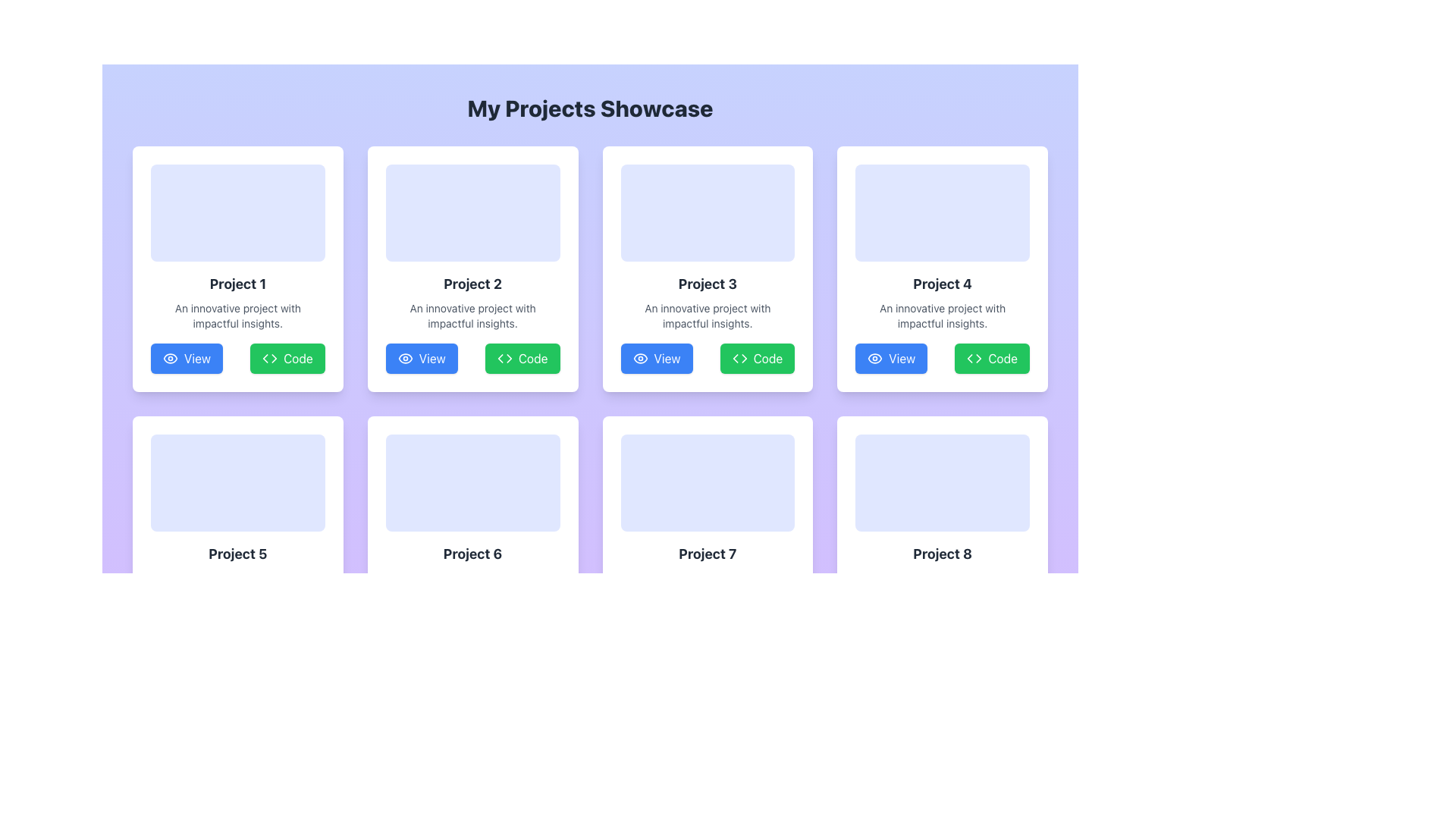 This screenshot has height=819, width=1456. What do you see at coordinates (744, 359) in the screenshot?
I see `the rightward-pointing arrowhead inside the code symbol icon for 'Project 3', which is part of the action buttons row below the project description` at bounding box center [744, 359].